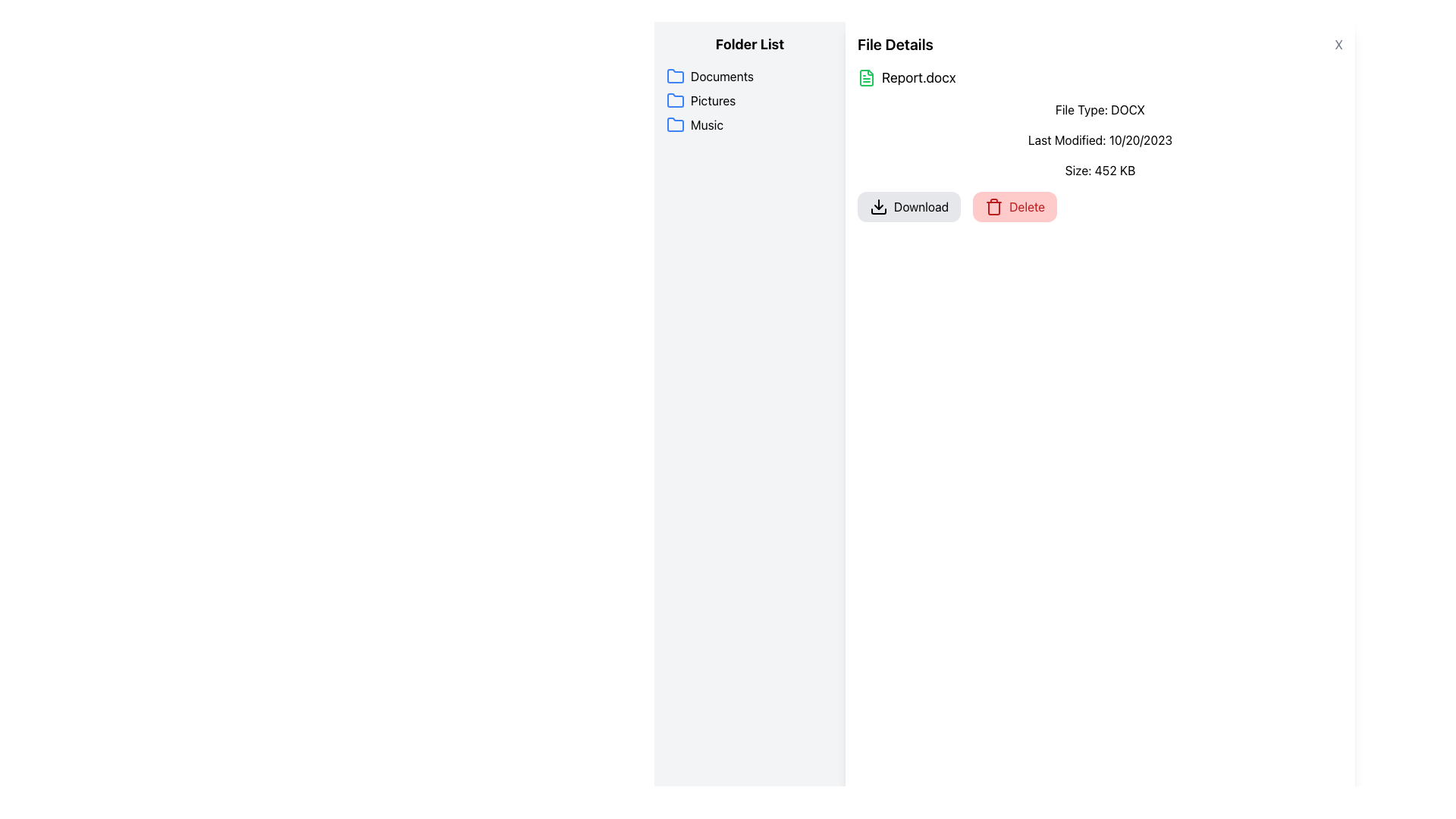 The height and width of the screenshot is (819, 1456). Describe the element at coordinates (1100, 140) in the screenshot. I see `the static text label that displays the last modification date of a file, located within the 'File Details' information card, positioned between 'File Type: DOCX' and 'Size: 452 KB'` at that location.